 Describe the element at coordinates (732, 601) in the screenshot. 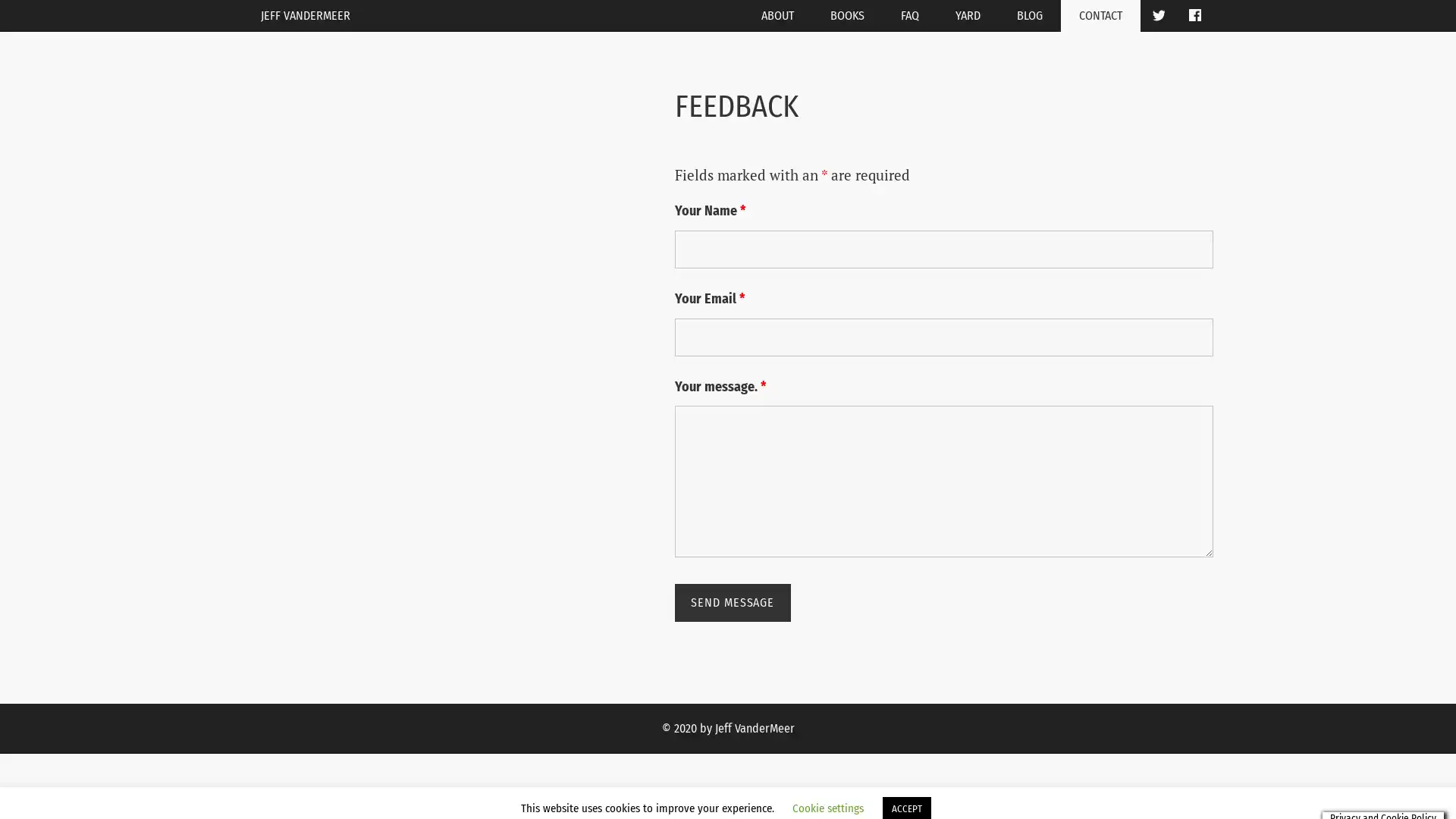

I see `Send Message` at that location.